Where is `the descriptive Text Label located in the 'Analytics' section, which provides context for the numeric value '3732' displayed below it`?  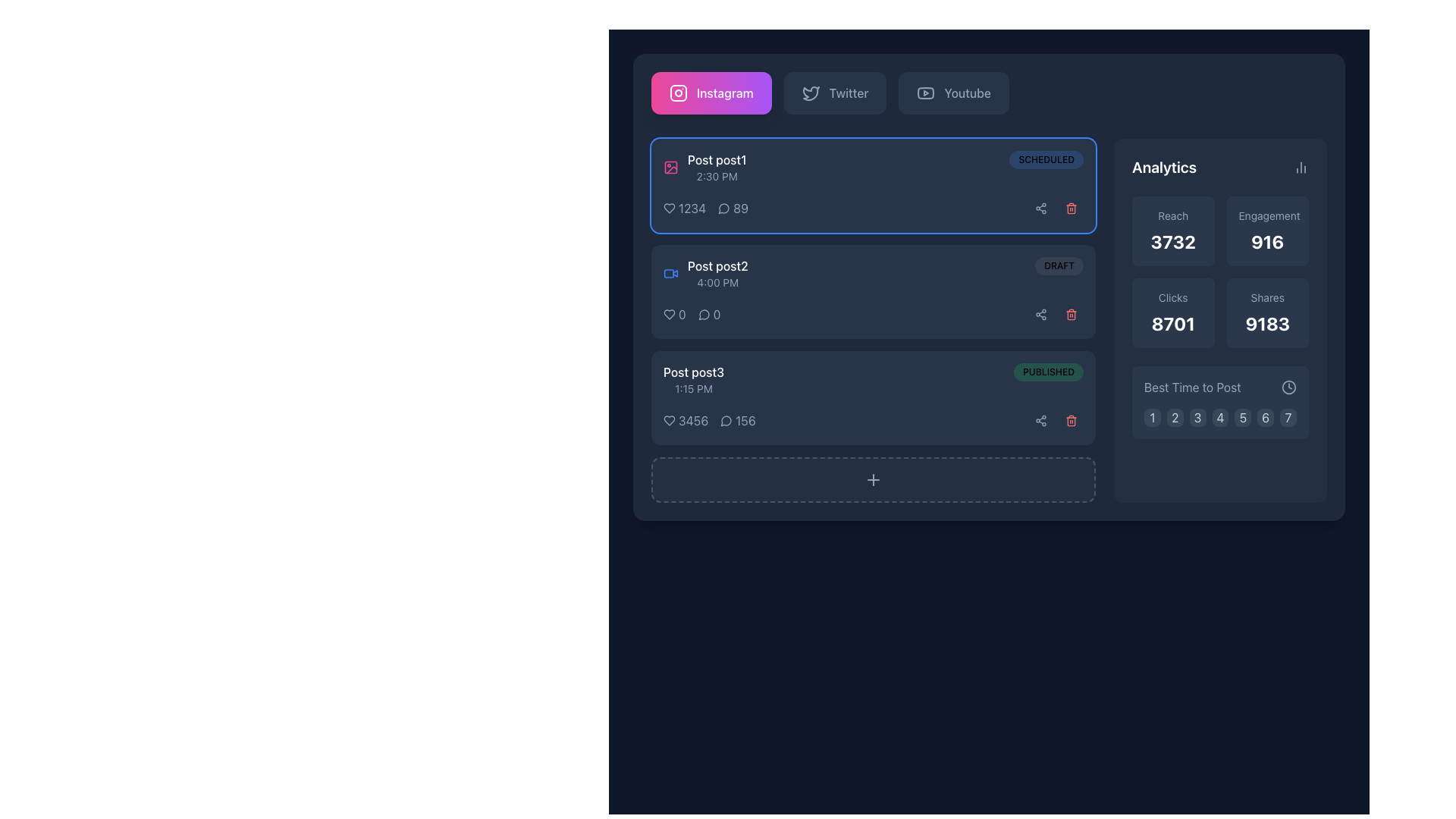
the descriptive Text Label located in the 'Analytics' section, which provides context for the numeric value '3732' displayed below it is located at coordinates (1172, 216).